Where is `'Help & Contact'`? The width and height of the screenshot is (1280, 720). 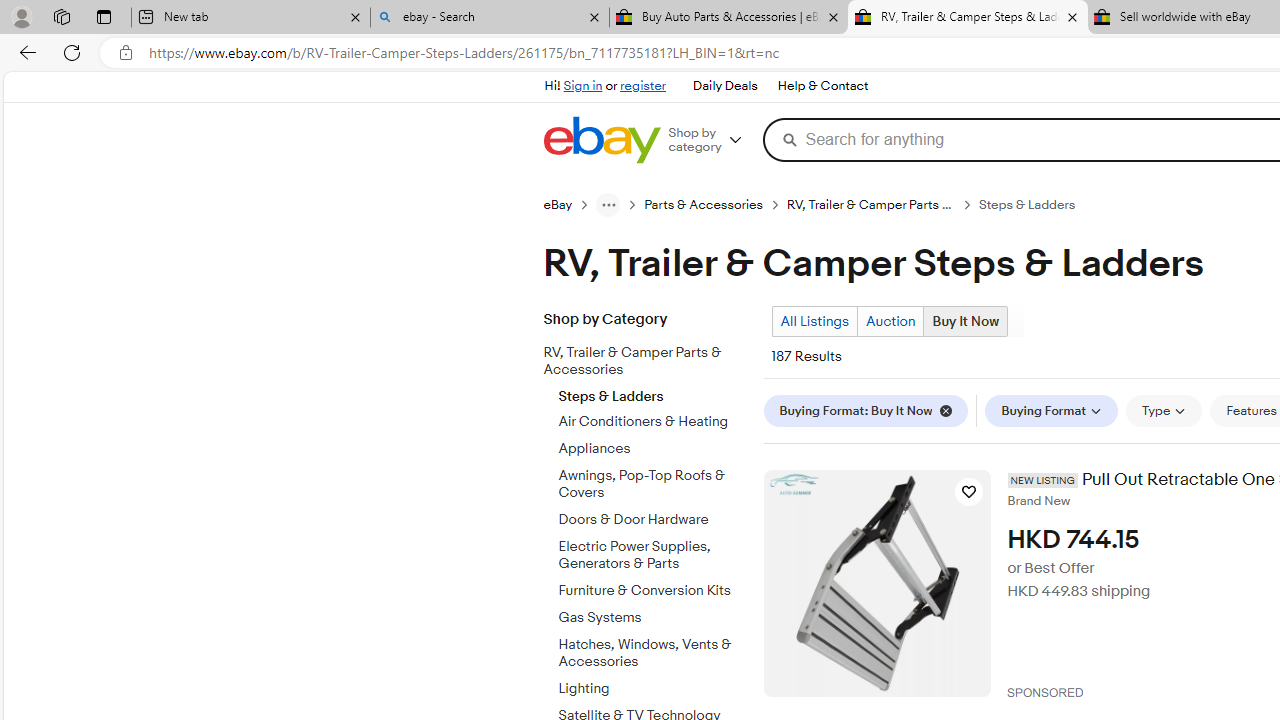
'Help & Contact' is located at coordinates (823, 86).